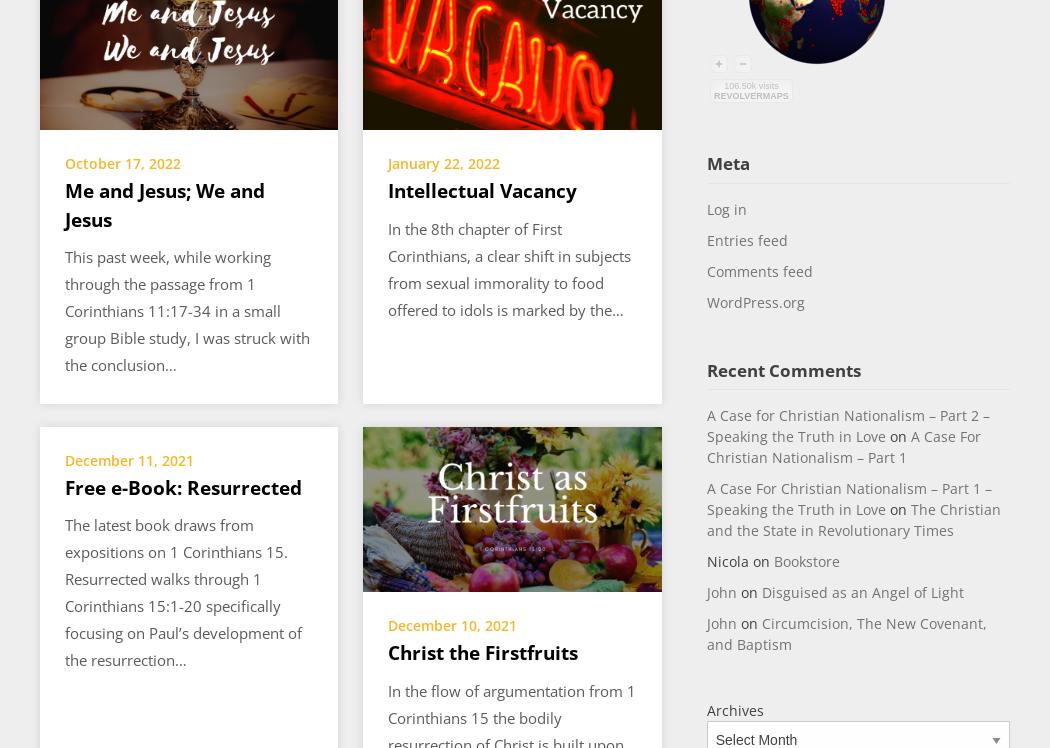 The height and width of the screenshot is (748, 1050). I want to click on 'A Case For Christian Nationalism – Part 1 – Speaking the Truth in Love', so click(848, 498).